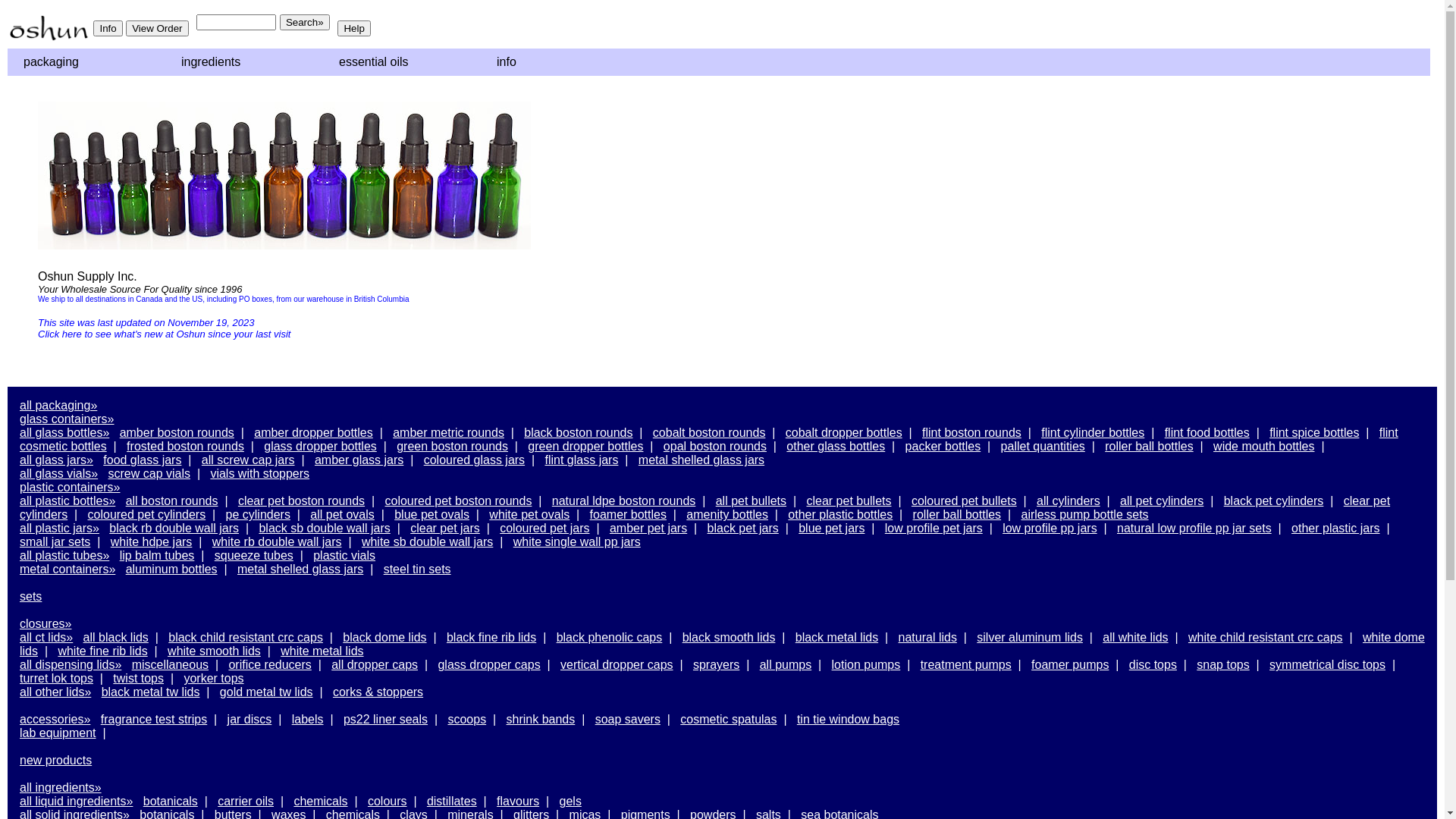 The width and height of the screenshot is (1456, 819). What do you see at coordinates (1222, 664) in the screenshot?
I see `'snap tops'` at bounding box center [1222, 664].